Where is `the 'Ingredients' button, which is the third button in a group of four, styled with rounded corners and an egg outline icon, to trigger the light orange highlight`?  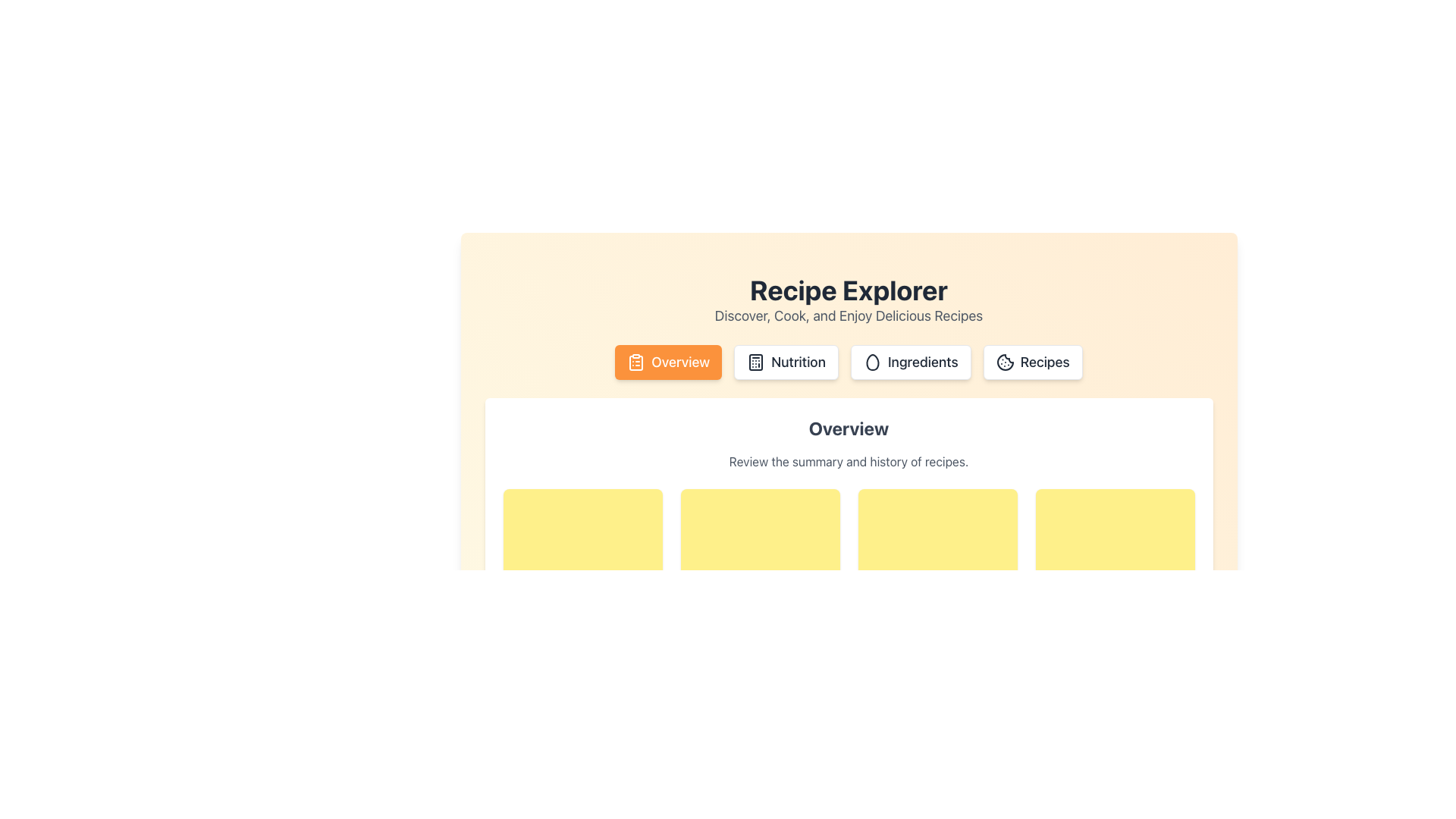
the 'Ingredients' button, which is the third button in a group of four, styled with rounded corners and an egg outline icon, to trigger the light orange highlight is located at coordinates (910, 362).